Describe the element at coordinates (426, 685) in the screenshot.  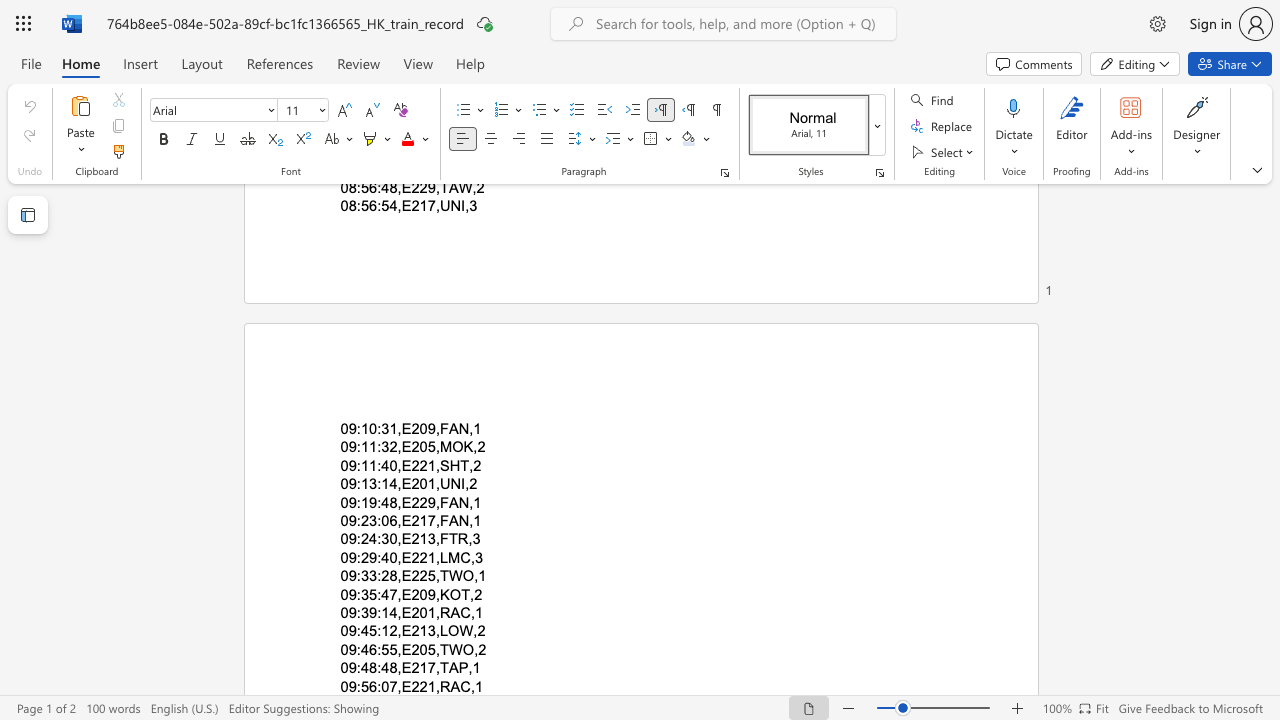
I see `the subset text "1,RAC," within the text "09:56:07,E221,RAC,1"` at that location.